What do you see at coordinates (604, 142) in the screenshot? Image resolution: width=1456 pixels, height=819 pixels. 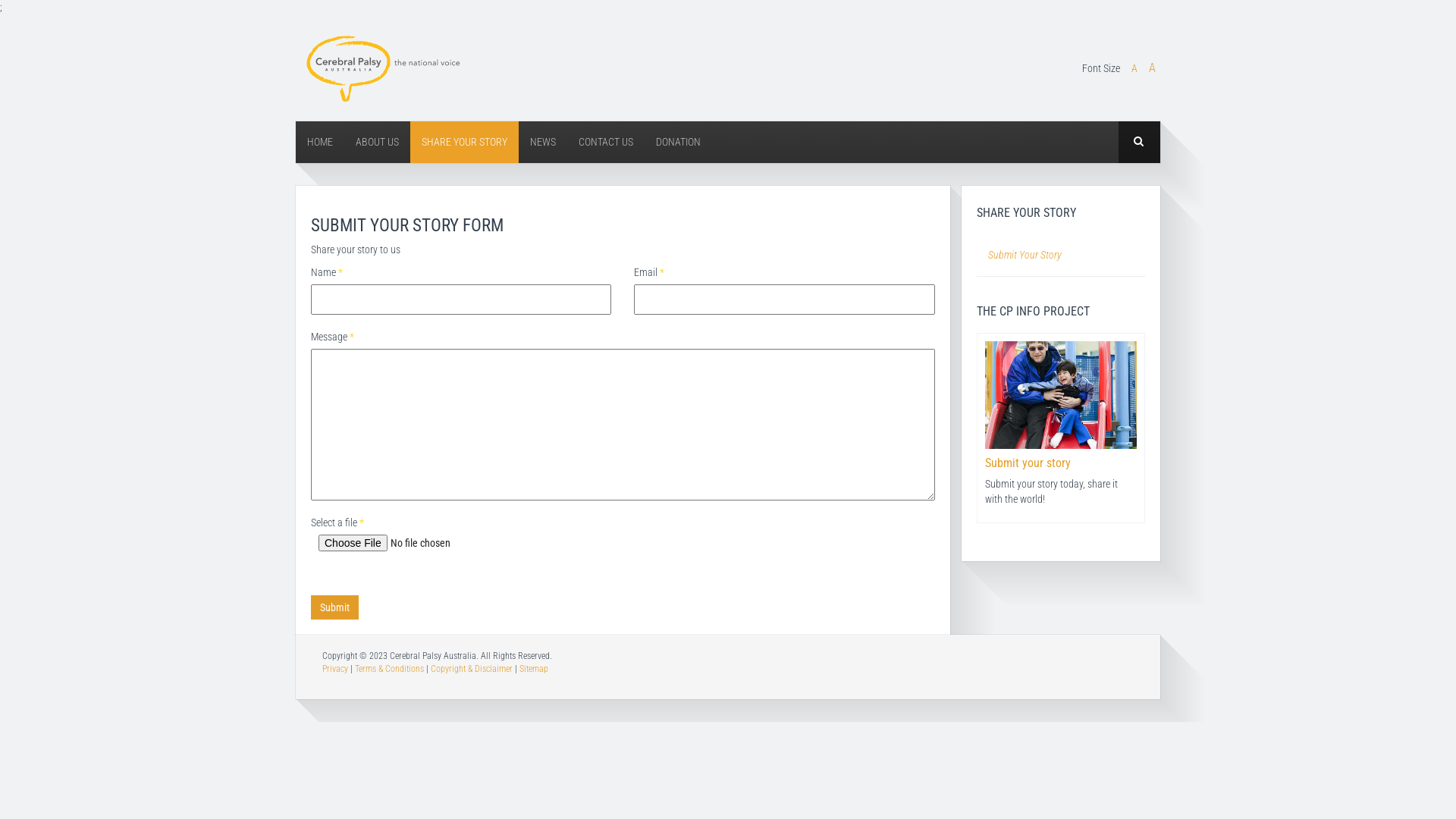 I see `'CONTACT US'` at bounding box center [604, 142].